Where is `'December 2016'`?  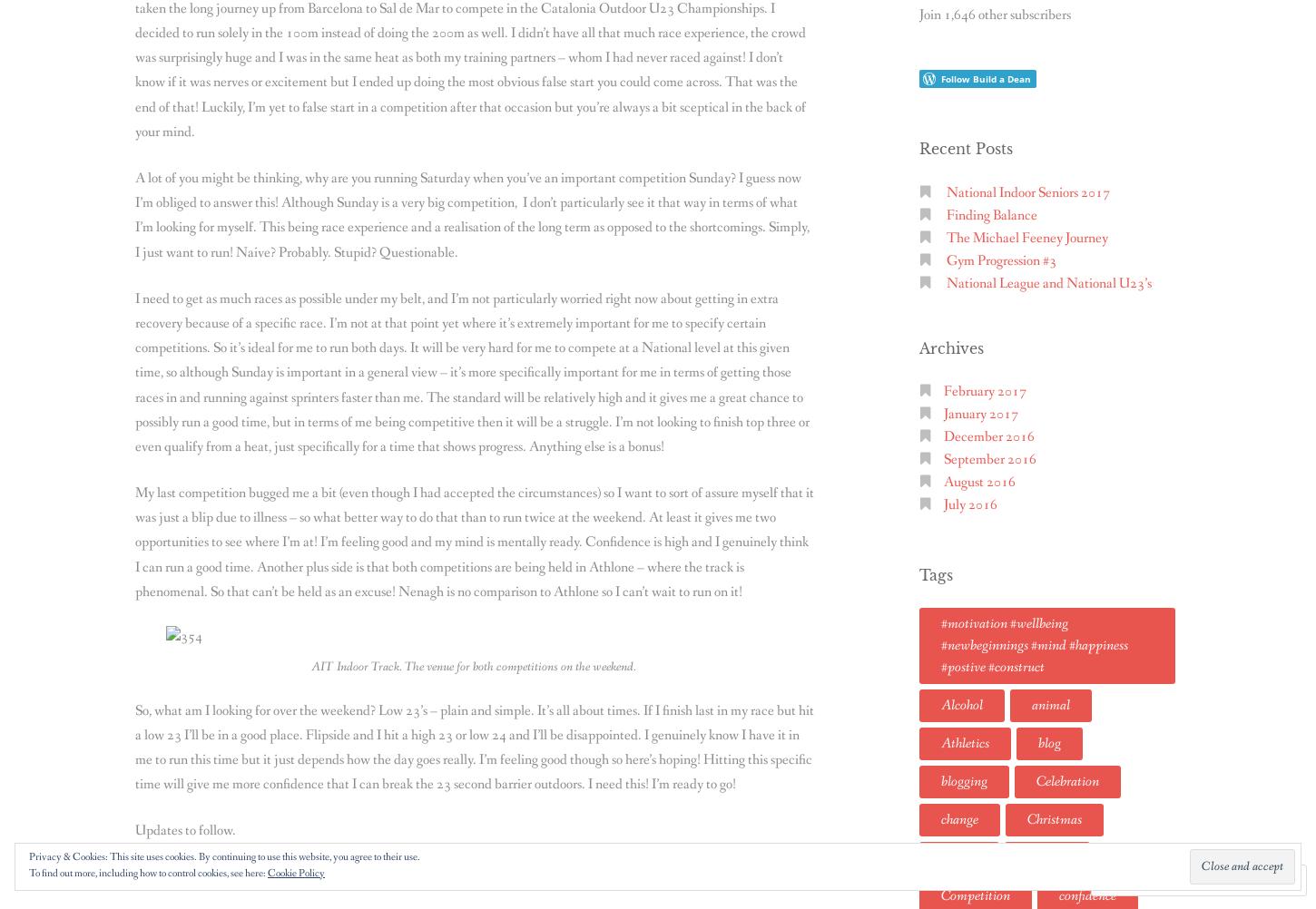
'December 2016' is located at coordinates (987, 435).